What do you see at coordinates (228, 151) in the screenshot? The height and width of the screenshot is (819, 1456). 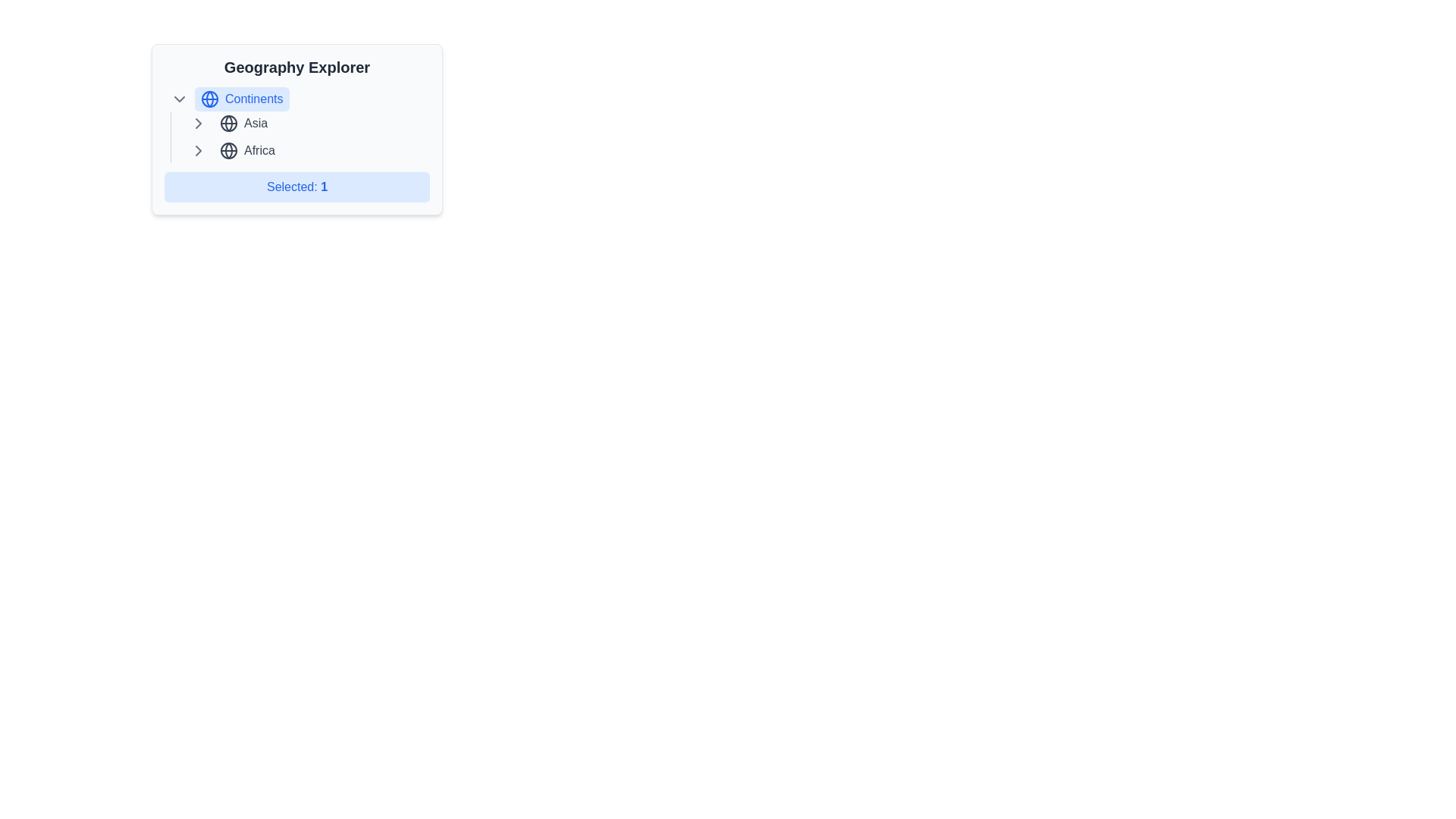 I see `the globe icon representing geographical features in the 'Geography Explorer' section next to the 'Continents' label` at bounding box center [228, 151].